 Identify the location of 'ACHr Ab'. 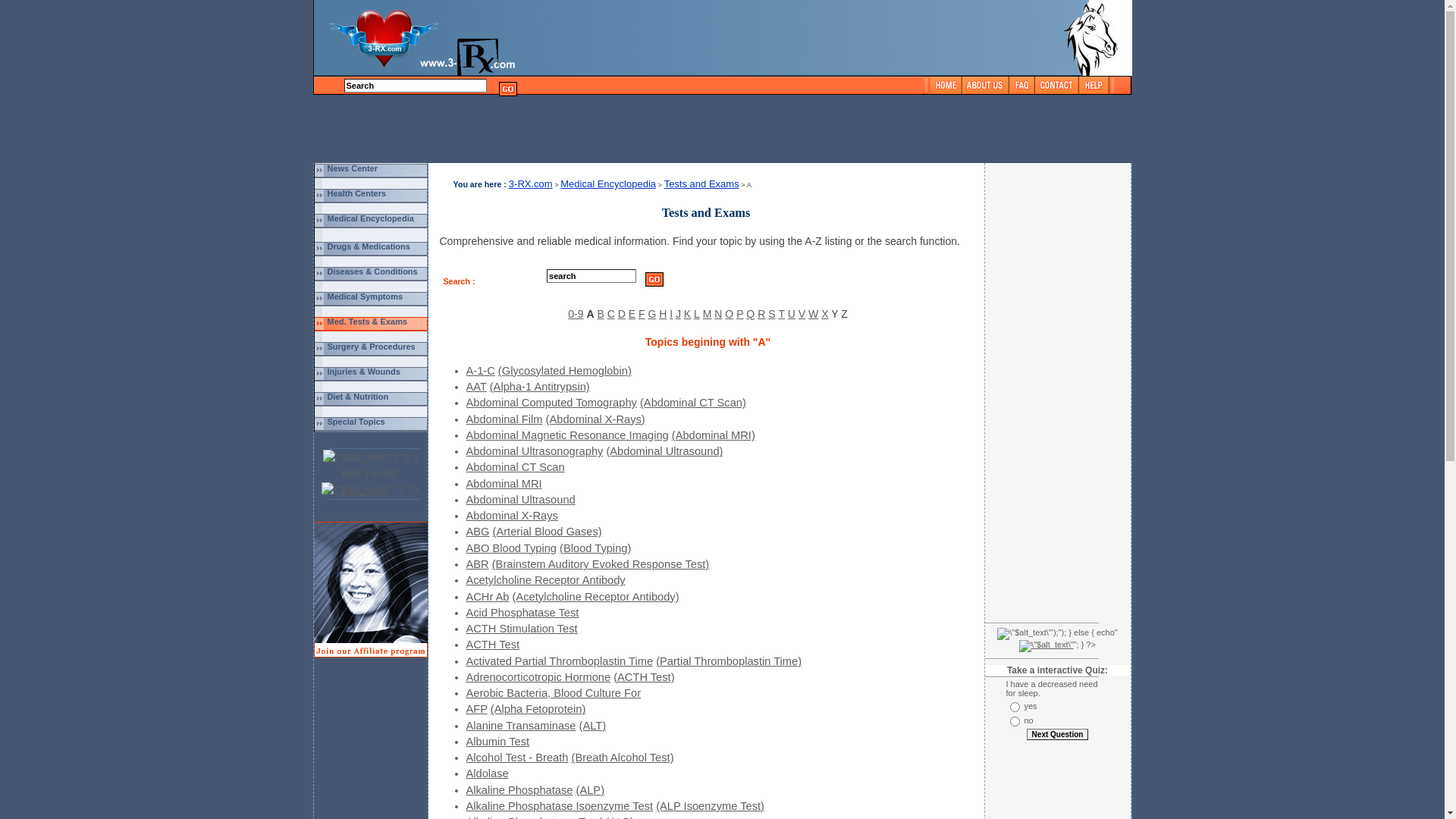
(487, 595).